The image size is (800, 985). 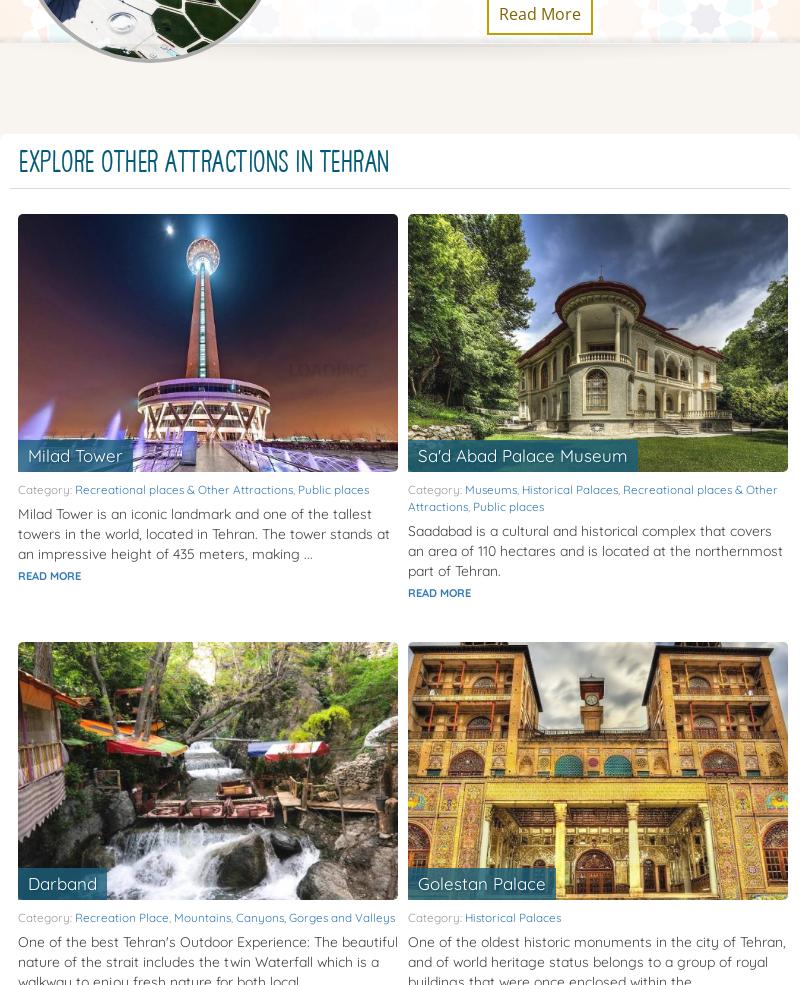 What do you see at coordinates (204, 162) in the screenshot?
I see `'EXPLORE OTHER ATTRACTIONS IN Tehran'` at bounding box center [204, 162].